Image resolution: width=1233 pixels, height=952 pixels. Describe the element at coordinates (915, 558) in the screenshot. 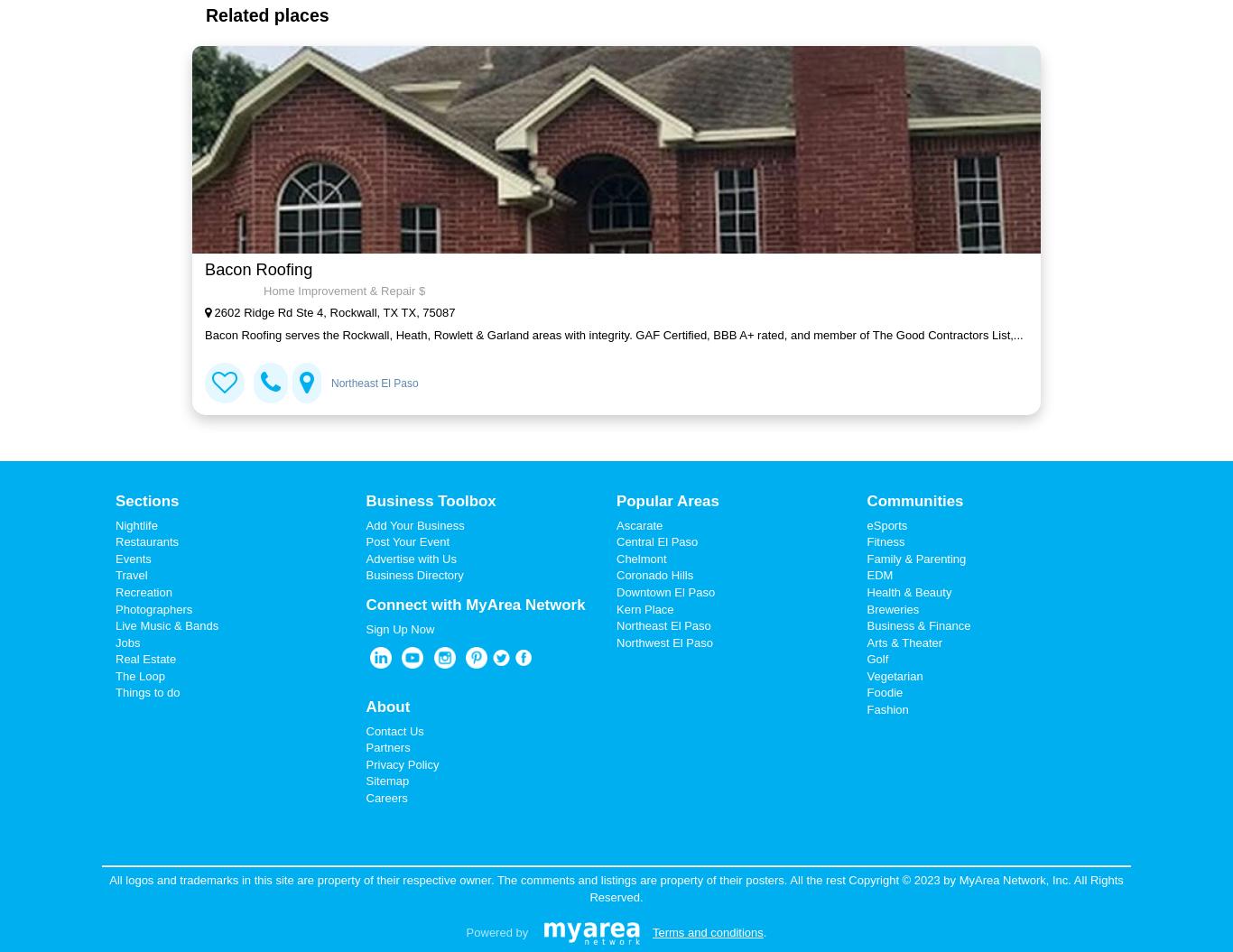

I see `'Family & Parenting'` at that location.